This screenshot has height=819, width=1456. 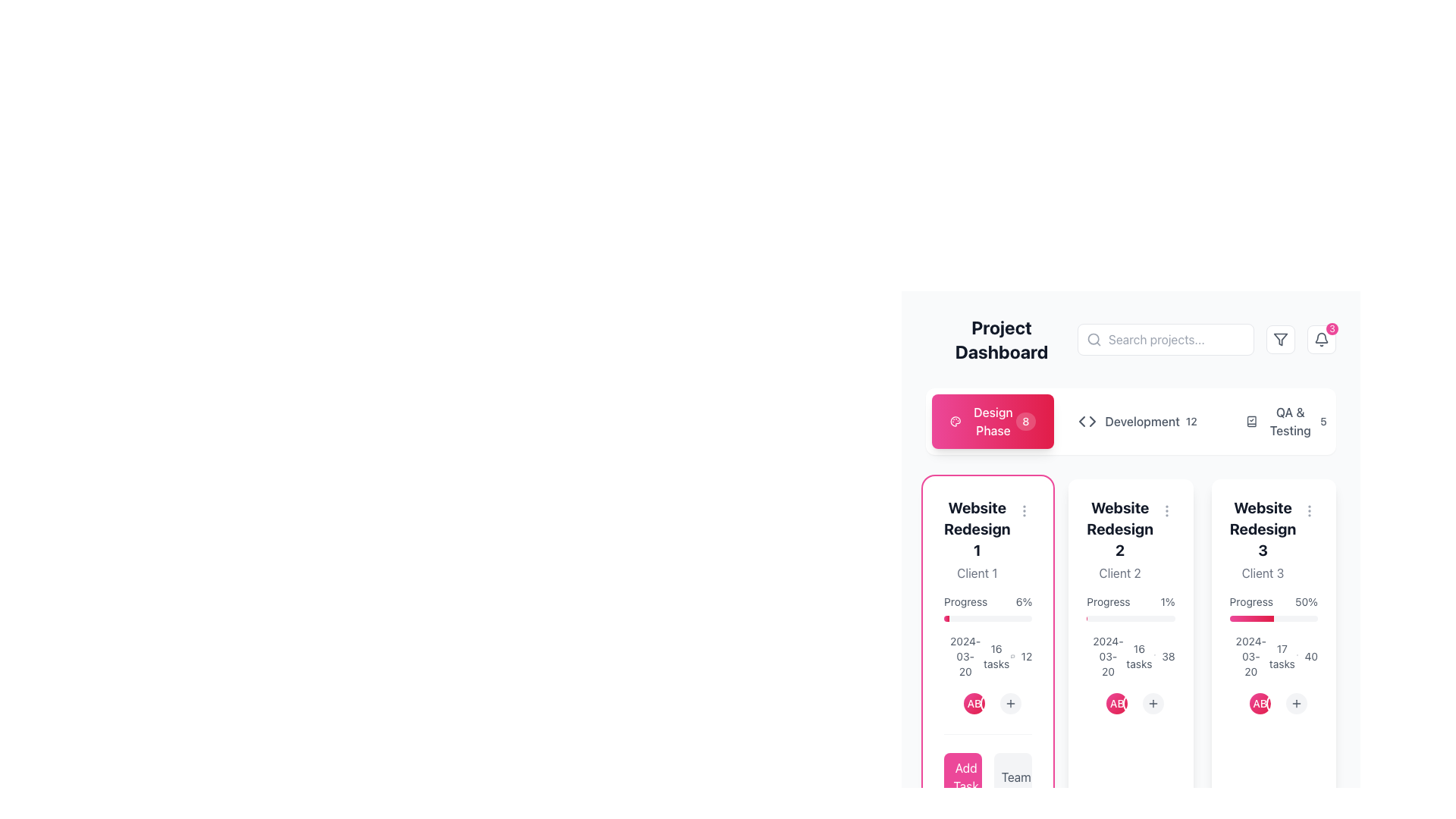 What do you see at coordinates (1240, 656) in the screenshot?
I see `date information displayed in gray text format '2024-03-20', which is located next to a calendar icon in the top-left corner of the grid layout` at bounding box center [1240, 656].